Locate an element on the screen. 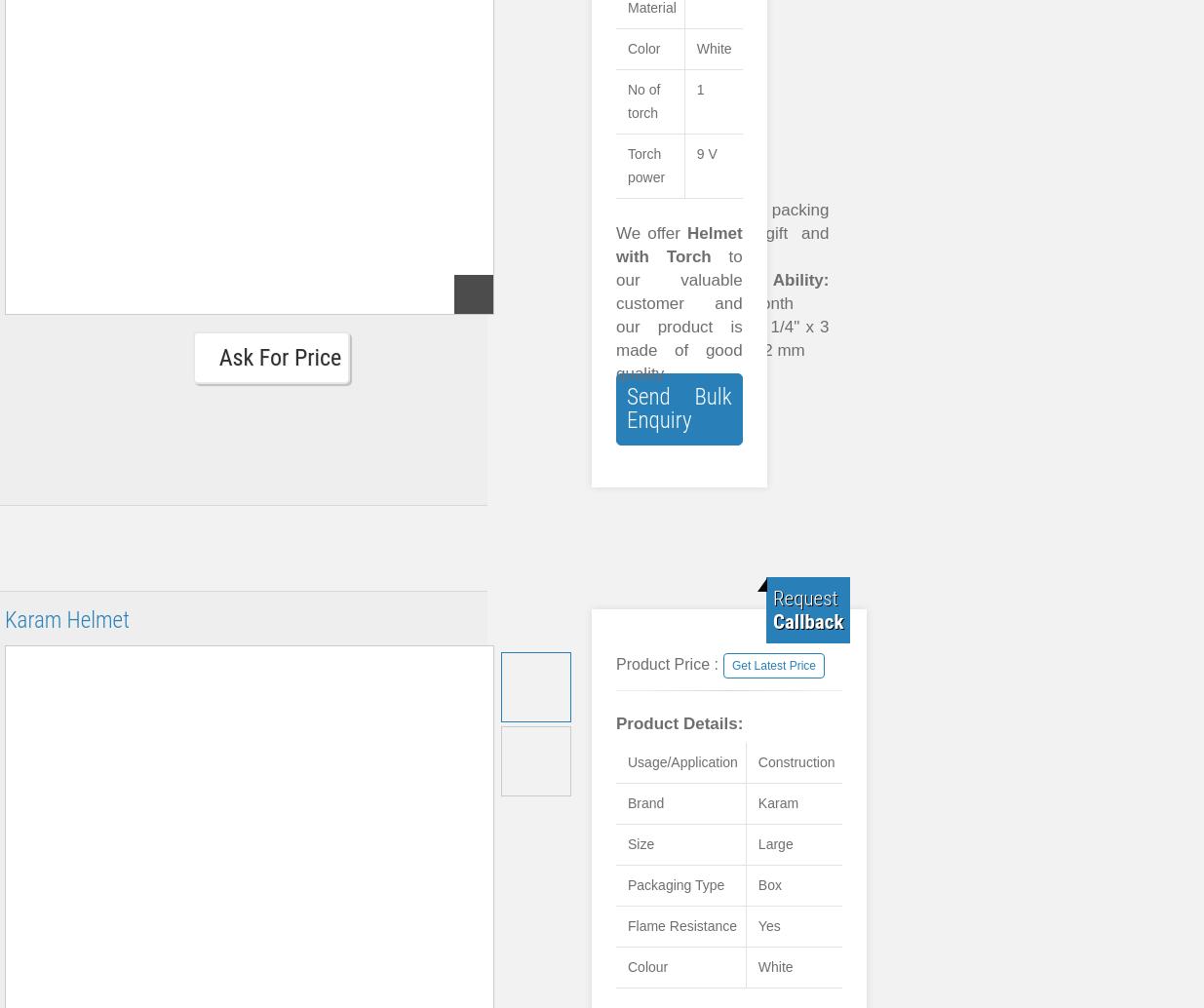 This screenshot has width=1204, height=1008. 'Usage:' is located at coordinates (671, 210).